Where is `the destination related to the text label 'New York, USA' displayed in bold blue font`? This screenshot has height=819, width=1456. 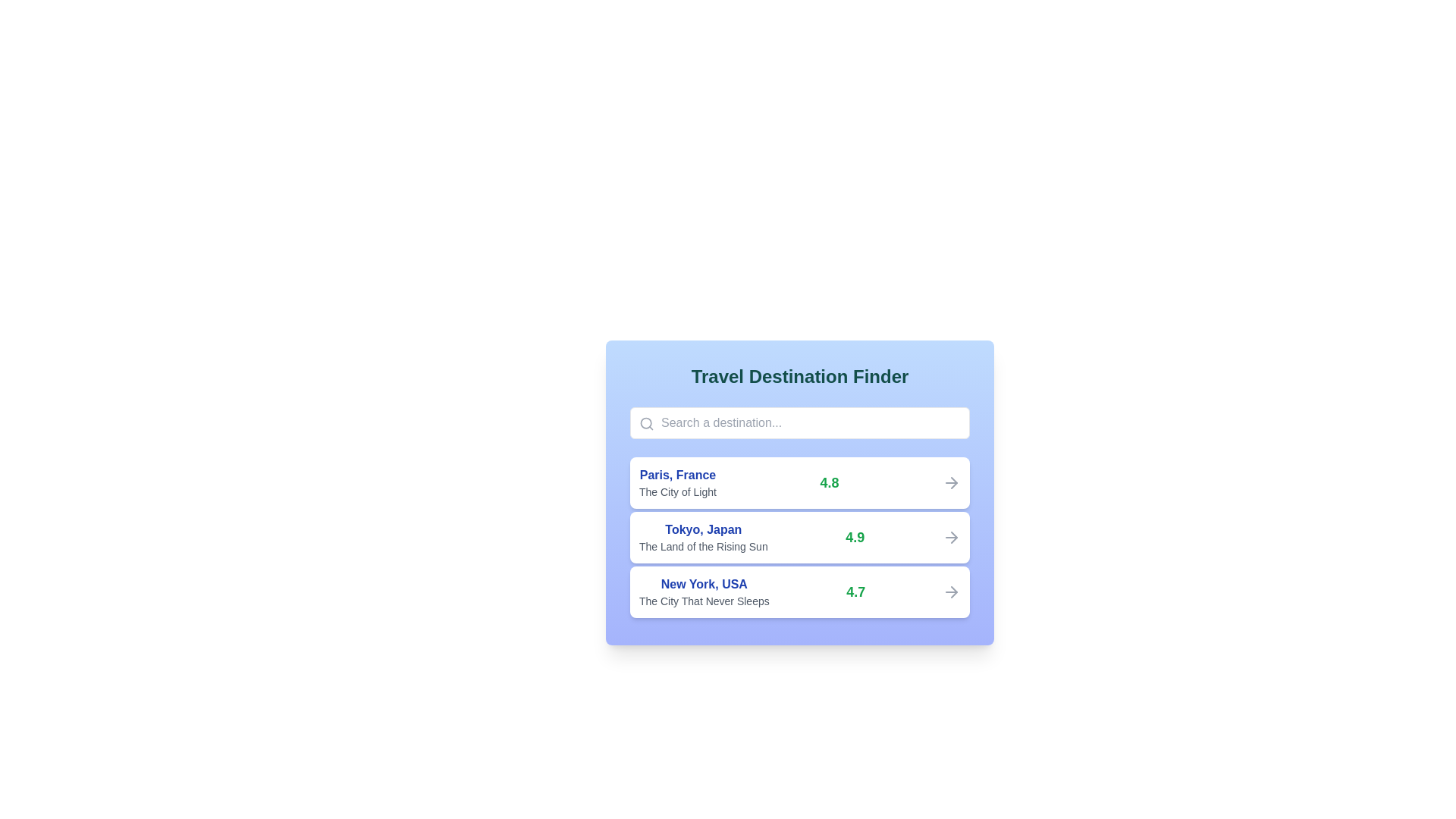 the destination related to the text label 'New York, USA' displayed in bold blue font is located at coordinates (703, 584).